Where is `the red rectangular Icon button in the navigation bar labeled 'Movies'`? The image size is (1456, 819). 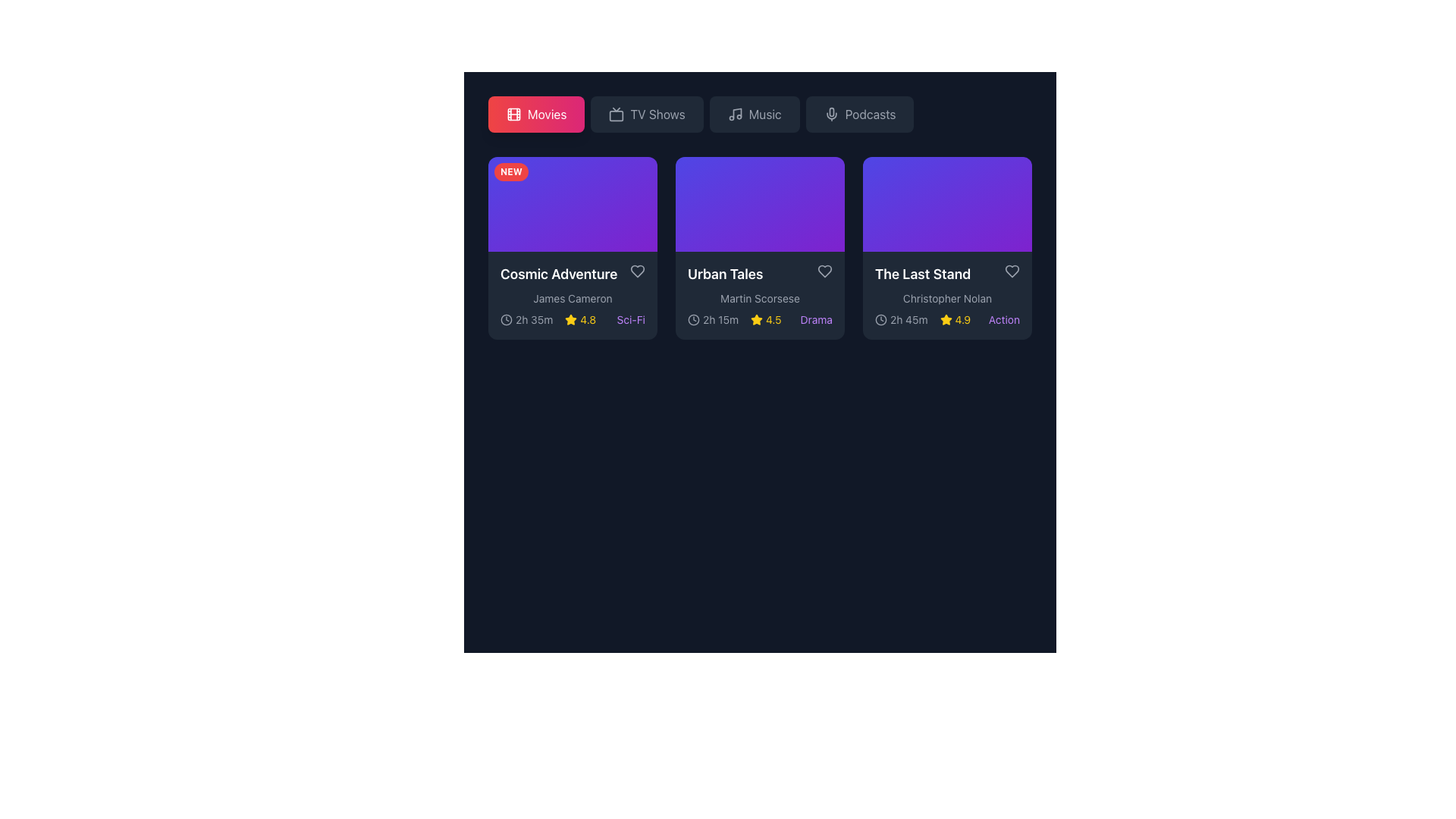 the red rectangular Icon button in the navigation bar labeled 'Movies' is located at coordinates (513, 113).